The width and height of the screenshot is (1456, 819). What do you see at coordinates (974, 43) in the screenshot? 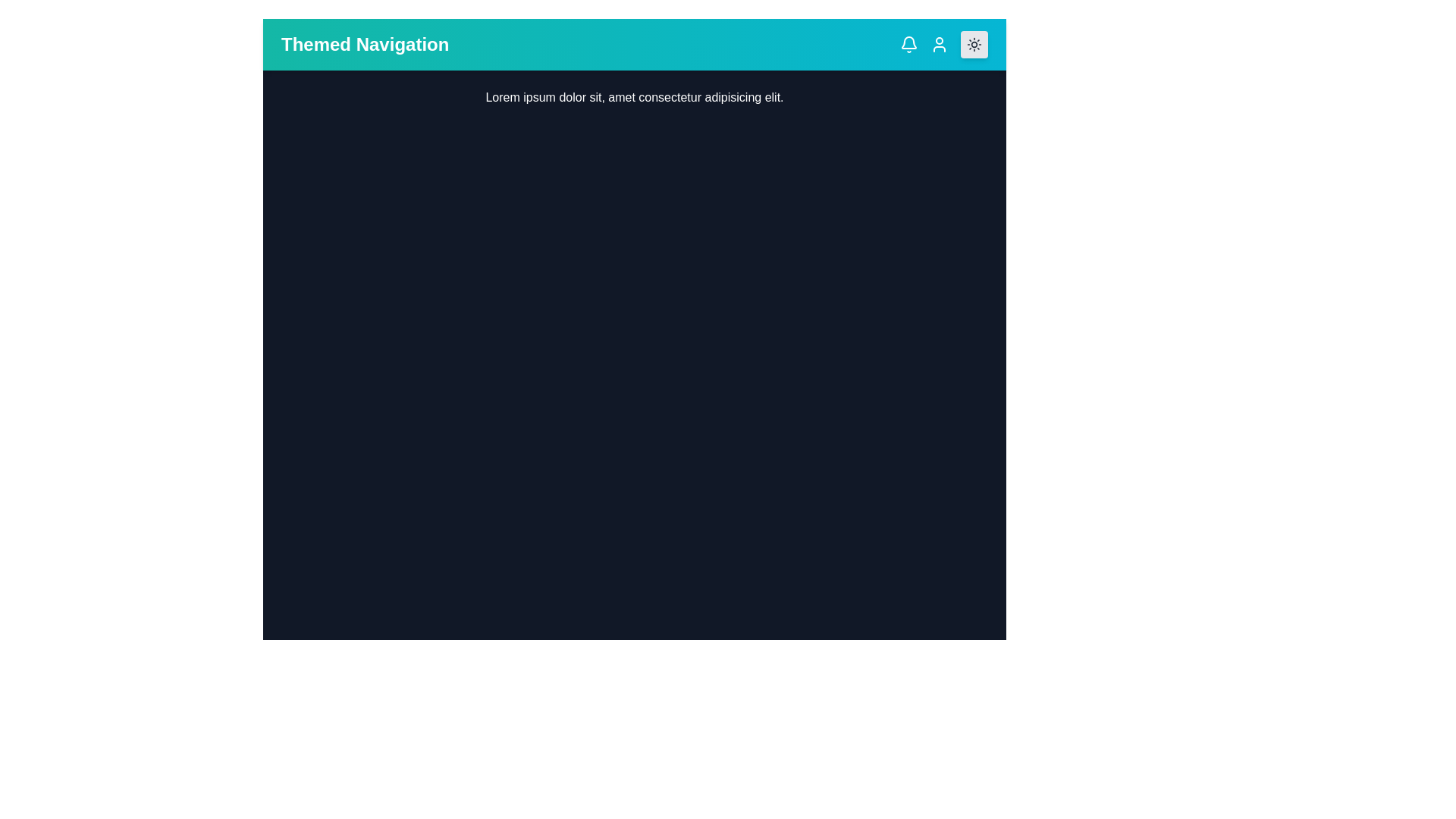
I see `the button with the sun or moon icon to toggle the theme` at bounding box center [974, 43].